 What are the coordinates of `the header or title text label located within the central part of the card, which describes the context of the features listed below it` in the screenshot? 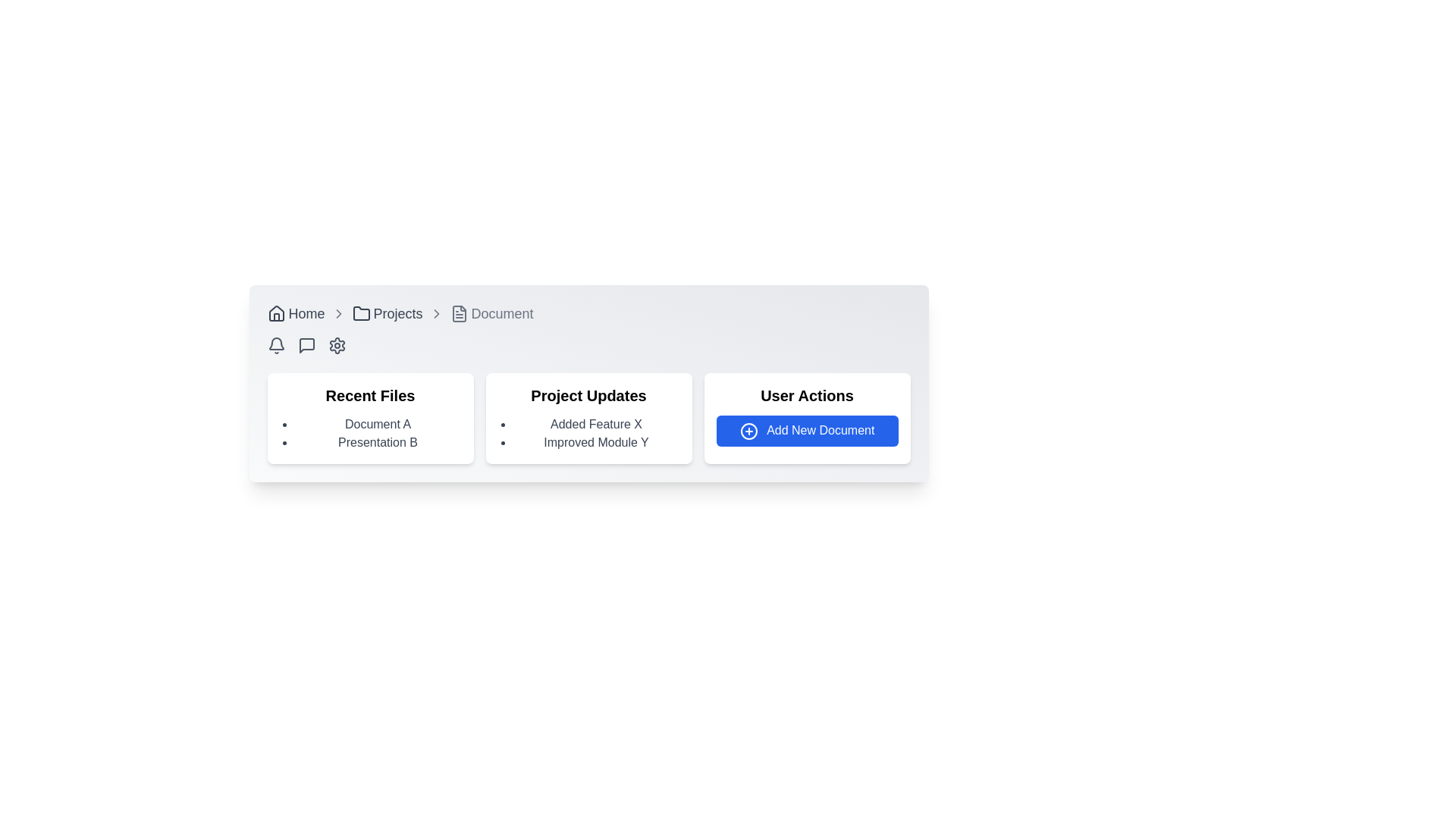 It's located at (588, 394).